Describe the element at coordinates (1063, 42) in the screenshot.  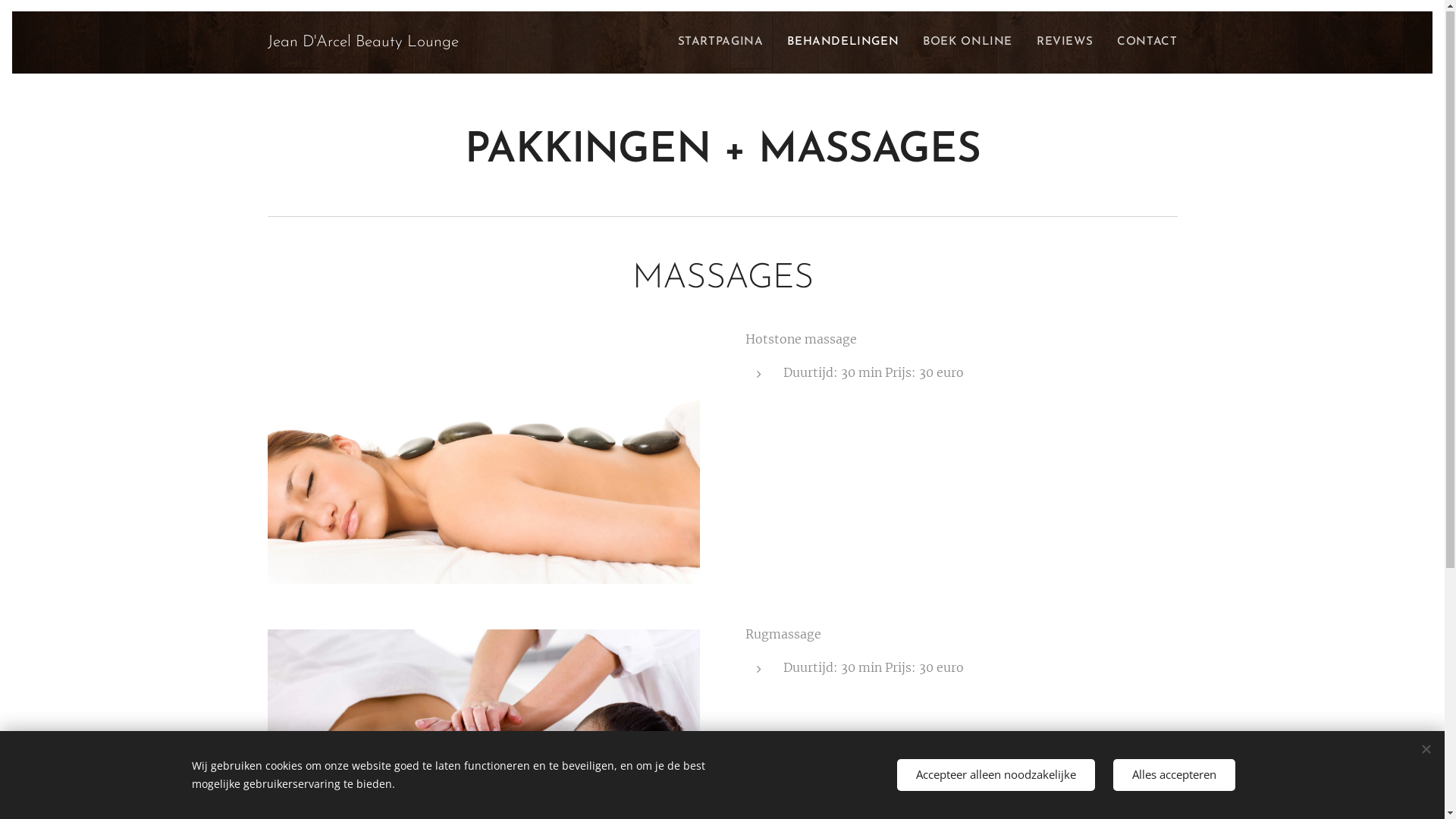
I see `'REVIEWS'` at that location.